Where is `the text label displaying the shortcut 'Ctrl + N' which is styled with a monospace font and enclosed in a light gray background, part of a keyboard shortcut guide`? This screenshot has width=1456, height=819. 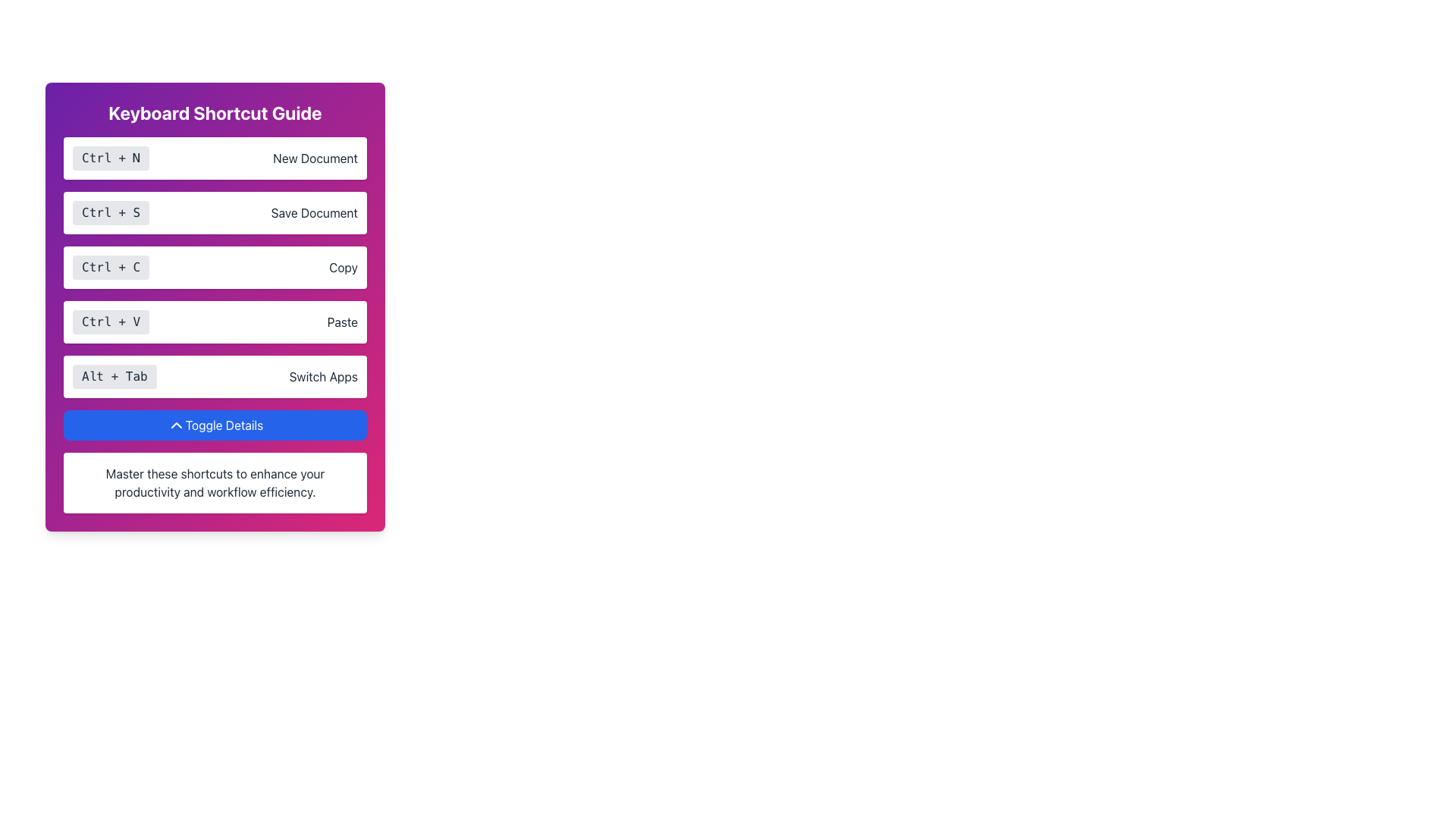
the text label displaying the shortcut 'Ctrl + N' which is styled with a monospace font and enclosed in a light gray background, part of a keyboard shortcut guide is located at coordinates (110, 158).